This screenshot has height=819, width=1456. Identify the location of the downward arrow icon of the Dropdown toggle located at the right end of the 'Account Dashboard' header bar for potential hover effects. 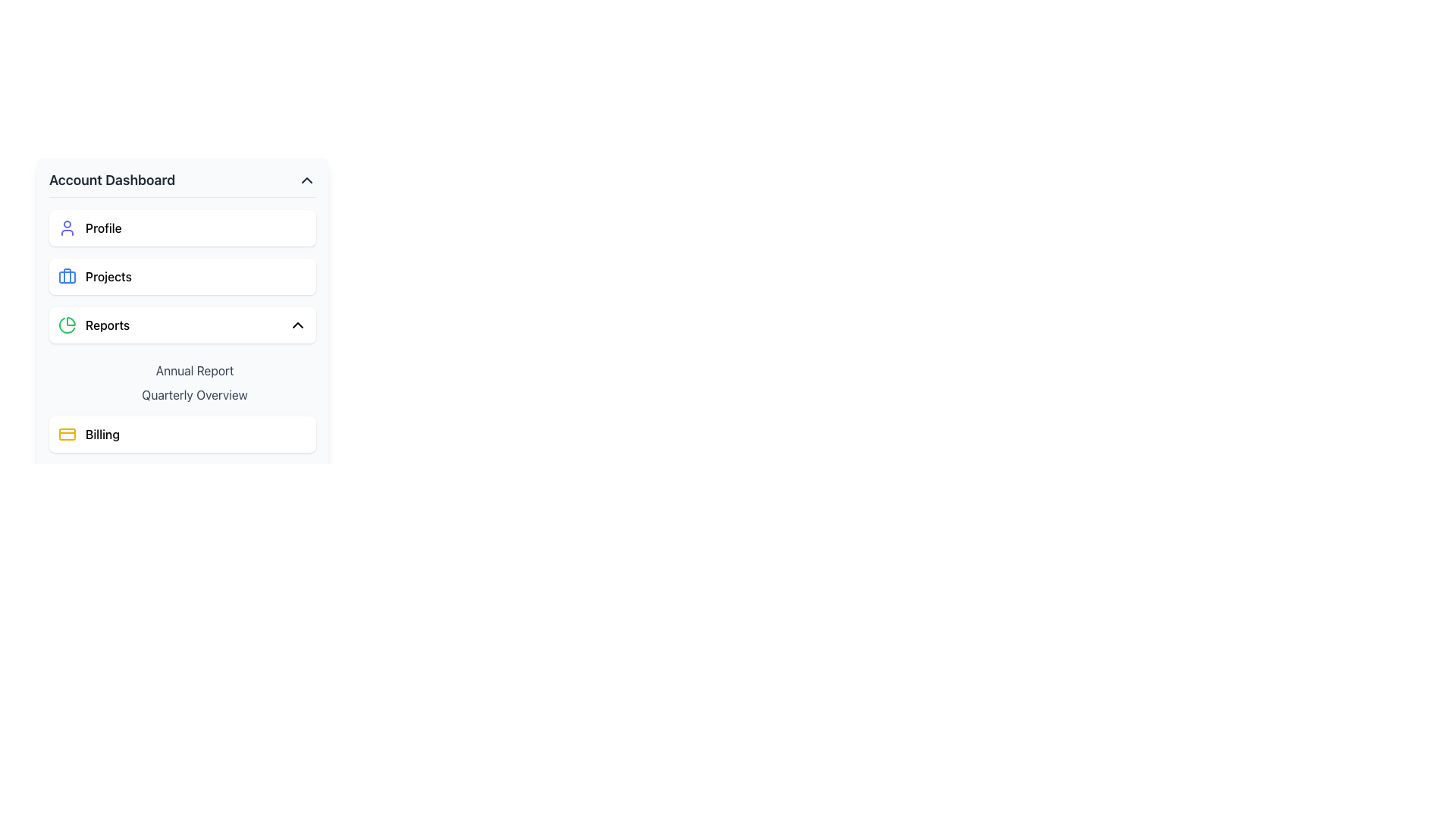
(306, 180).